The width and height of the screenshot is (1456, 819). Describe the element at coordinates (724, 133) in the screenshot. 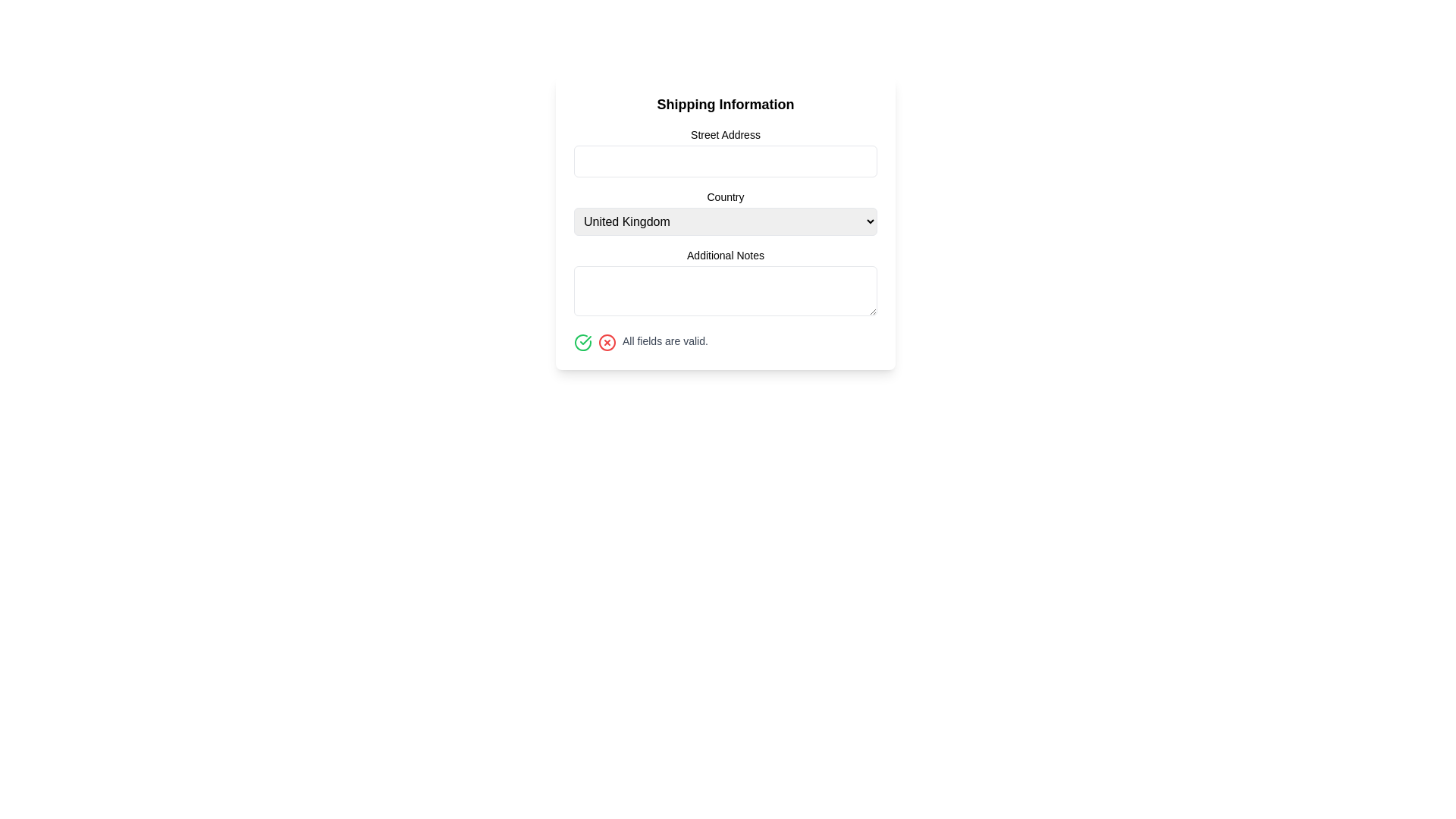

I see `the label indicating the required input for a street address to associate it with the input field below` at that location.